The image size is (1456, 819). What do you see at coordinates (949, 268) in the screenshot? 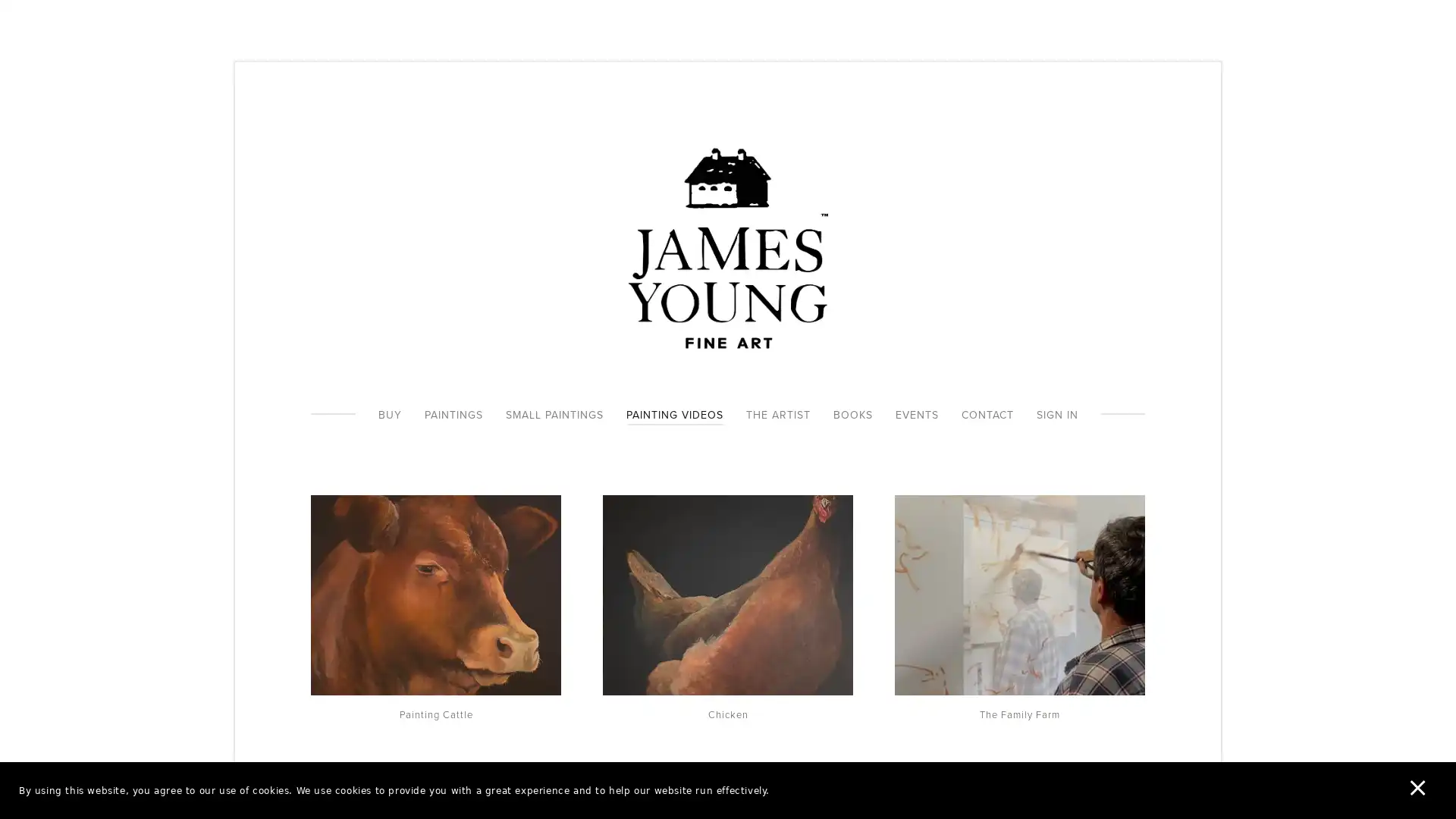
I see `Close` at bounding box center [949, 268].